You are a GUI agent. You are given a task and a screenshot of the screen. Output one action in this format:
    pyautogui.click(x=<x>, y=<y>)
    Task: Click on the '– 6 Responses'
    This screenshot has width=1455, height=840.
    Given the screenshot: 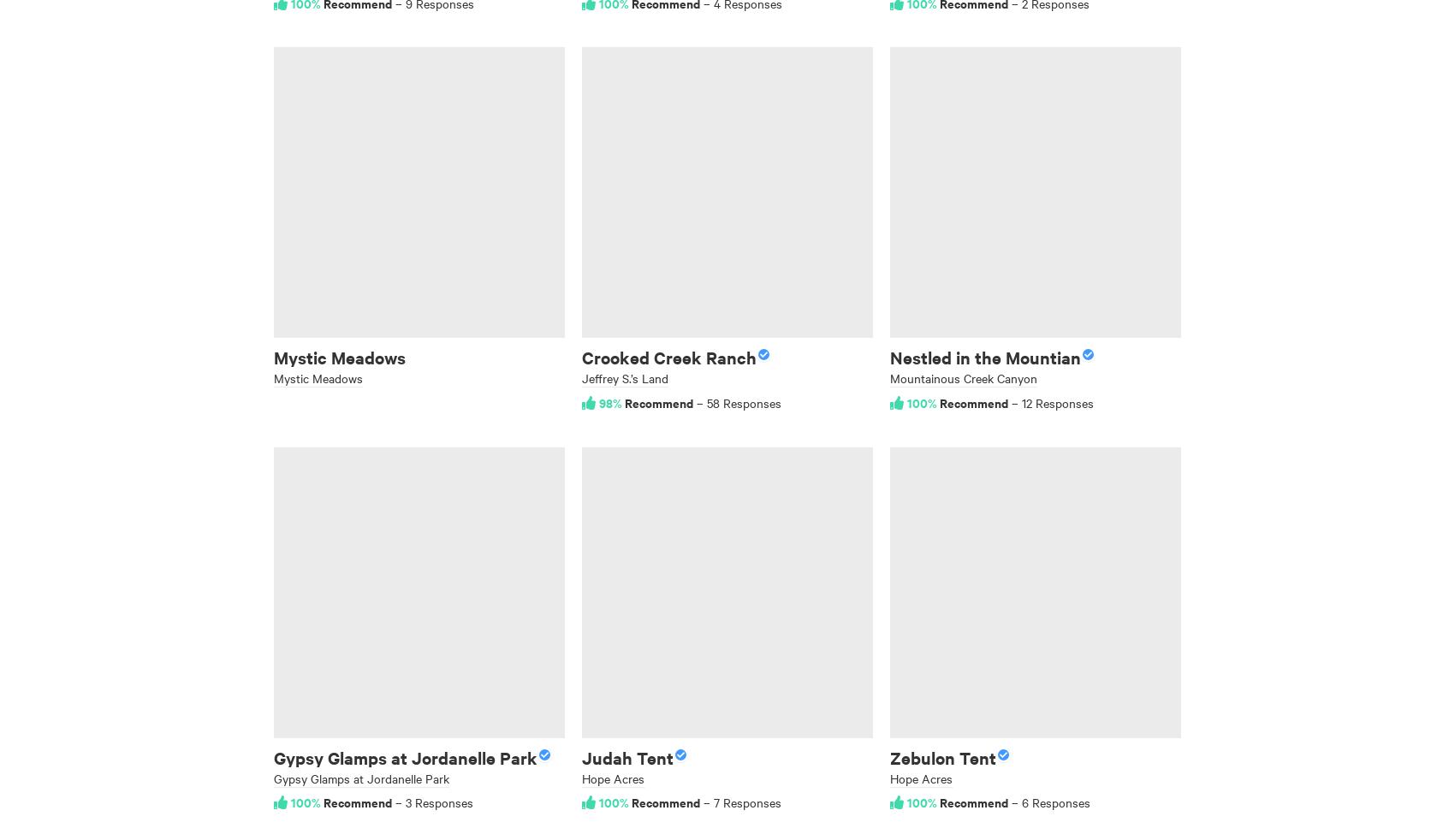 What is the action you would take?
    pyautogui.click(x=1048, y=802)
    